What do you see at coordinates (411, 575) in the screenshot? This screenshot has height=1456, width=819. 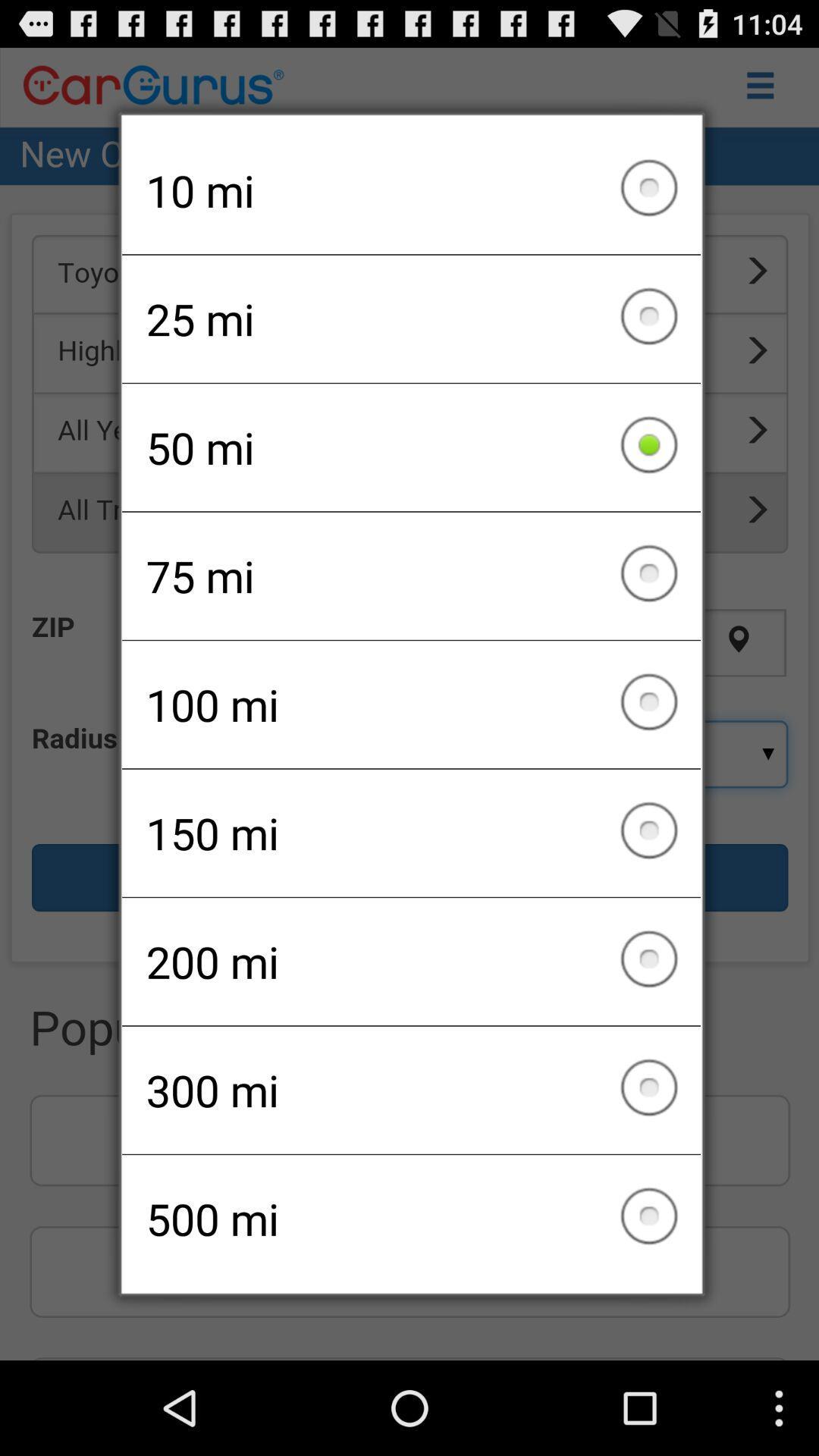 I see `the 75 mi item` at bounding box center [411, 575].